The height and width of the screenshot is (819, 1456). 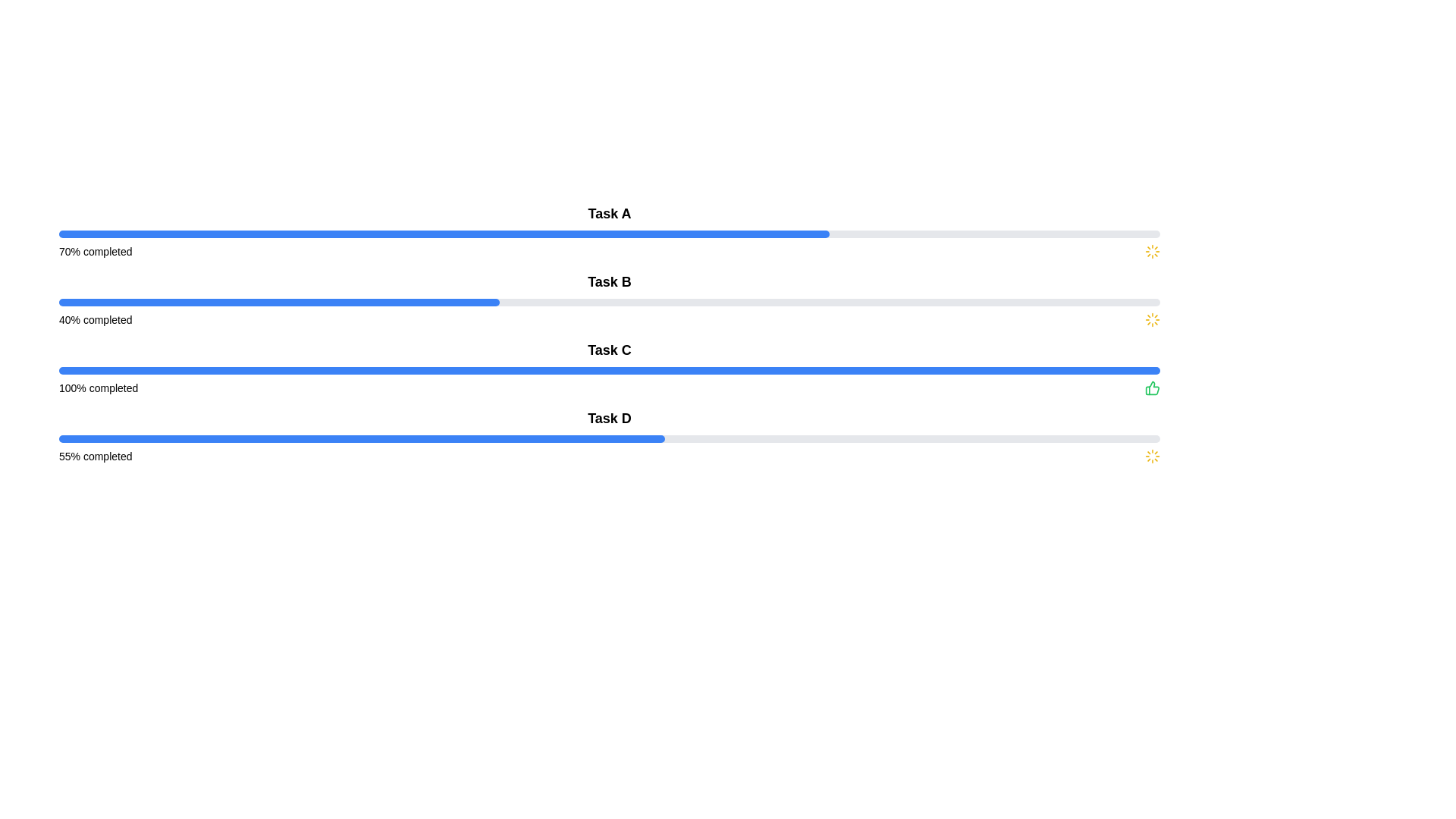 I want to click on the Progress Bar indicating 100% completion for 'Task C' located between the title and the completion text, so click(x=610, y=371).